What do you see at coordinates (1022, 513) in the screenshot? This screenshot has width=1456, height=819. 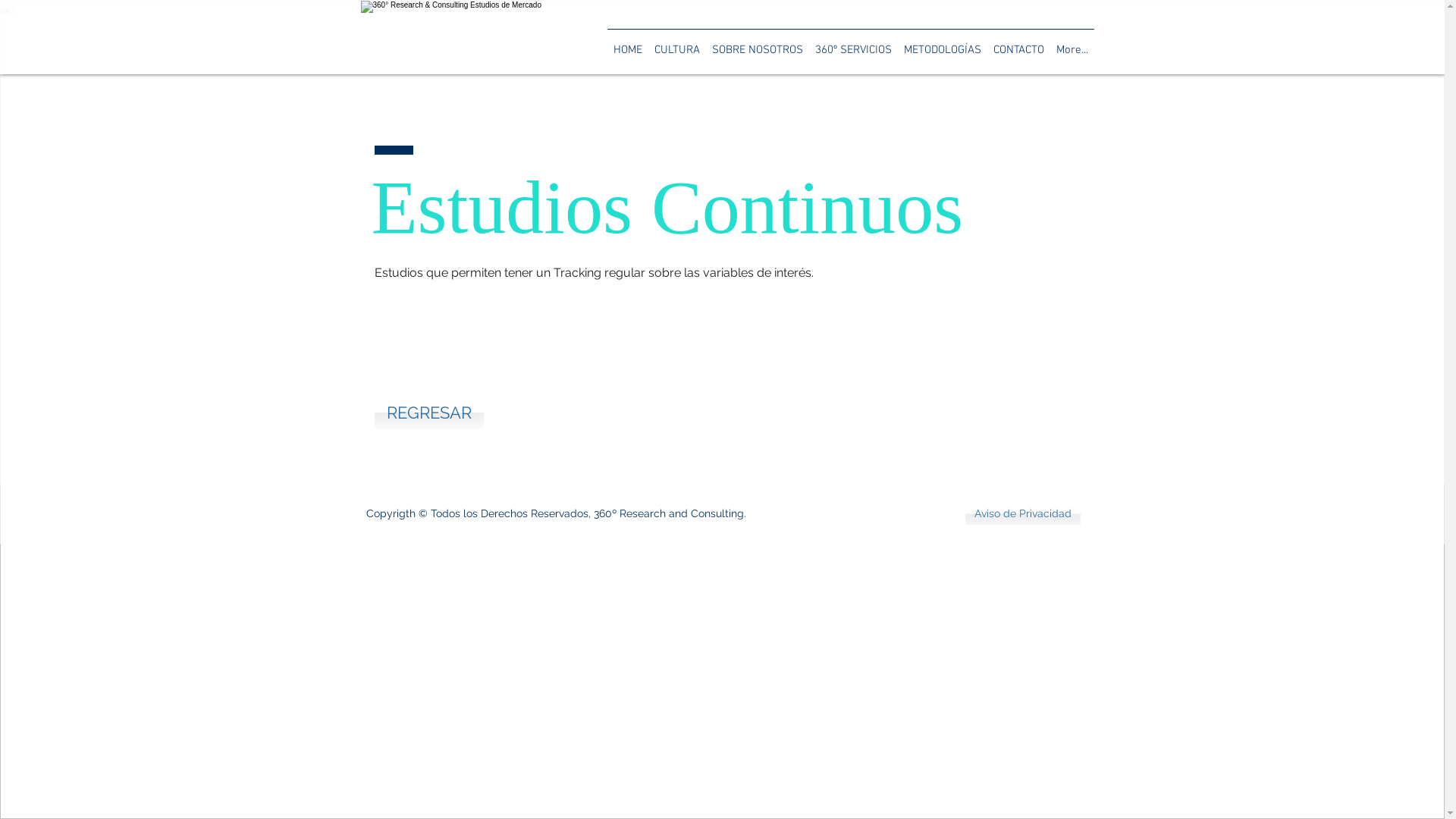 I see `'Aviso de Privacidad'` at bounding box center [1022, 513].